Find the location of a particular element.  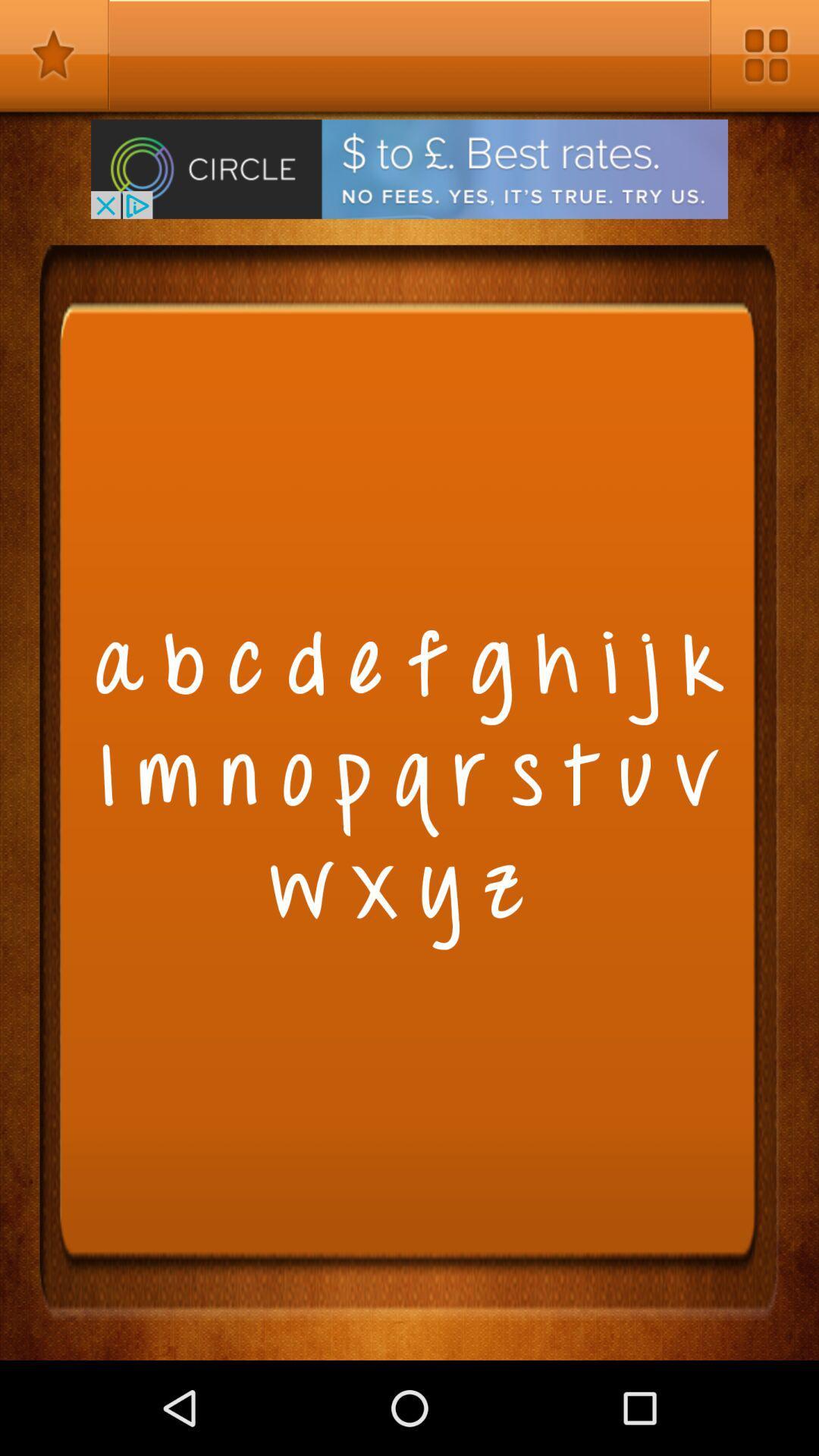

to advertisement box is located at coordinates (409, 169).